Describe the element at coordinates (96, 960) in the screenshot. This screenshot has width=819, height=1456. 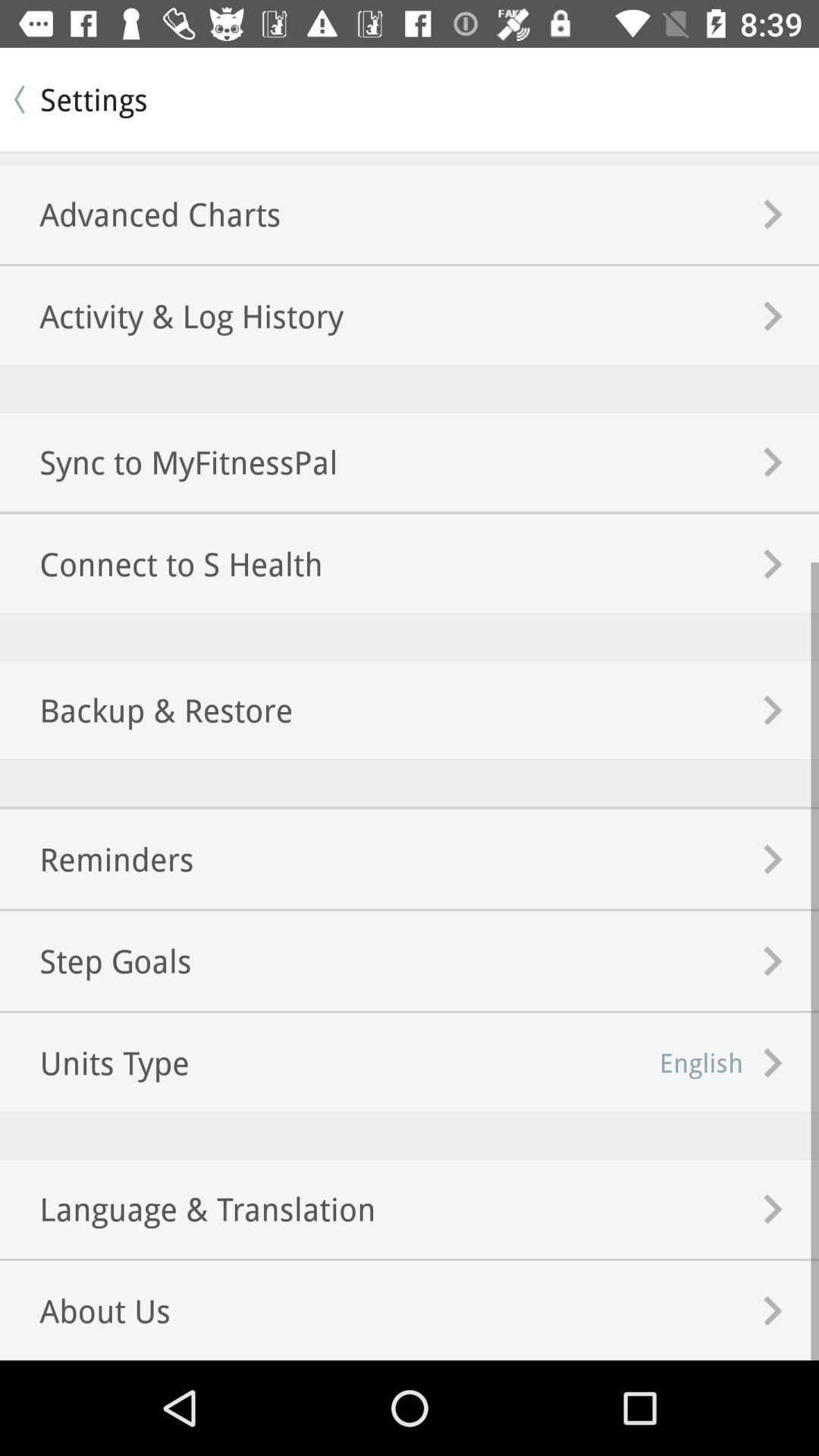
I see `the icon above units type item` at that location.